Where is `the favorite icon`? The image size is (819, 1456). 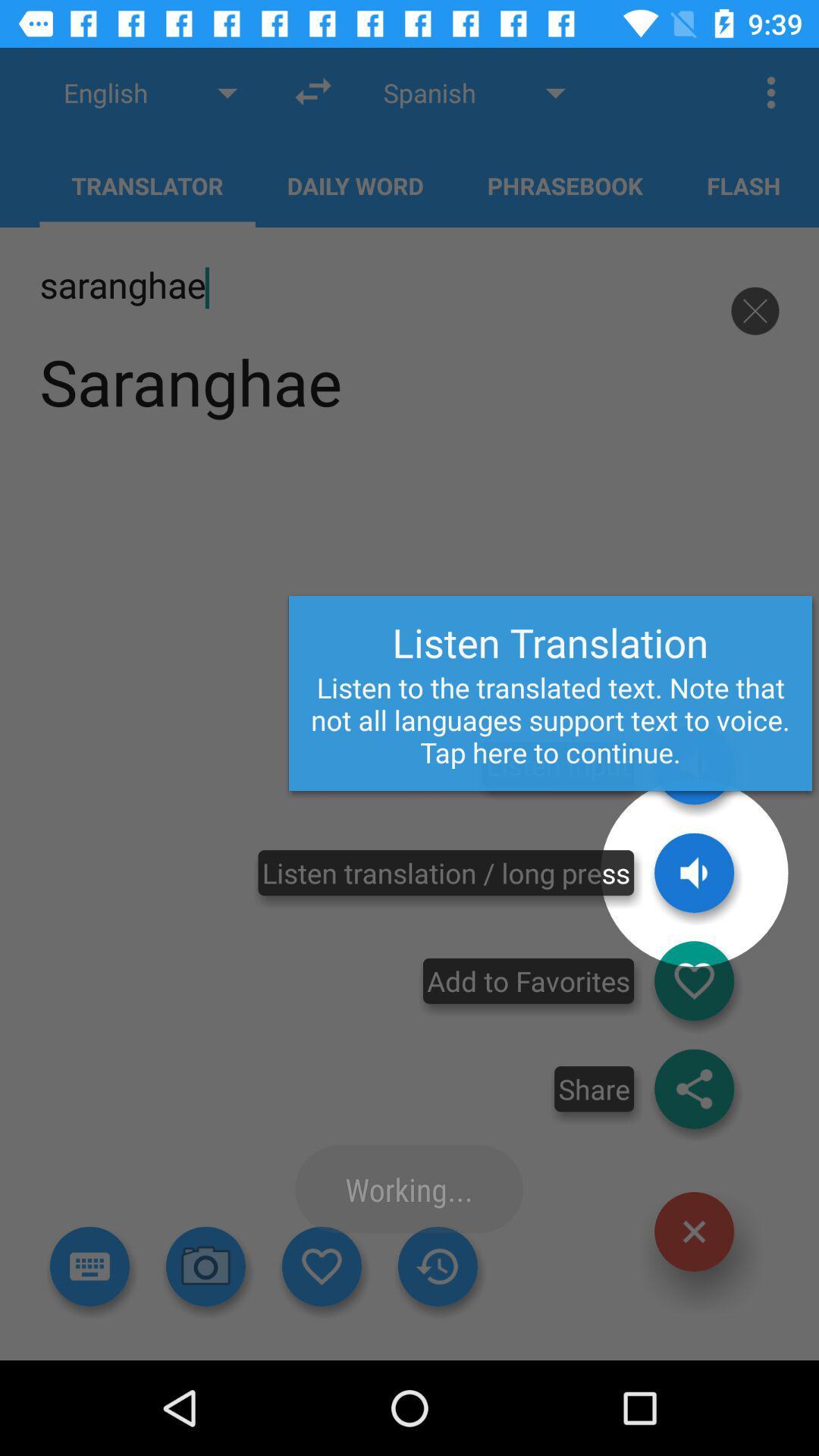
the favorite icon is located at coordinates (321, 1266).